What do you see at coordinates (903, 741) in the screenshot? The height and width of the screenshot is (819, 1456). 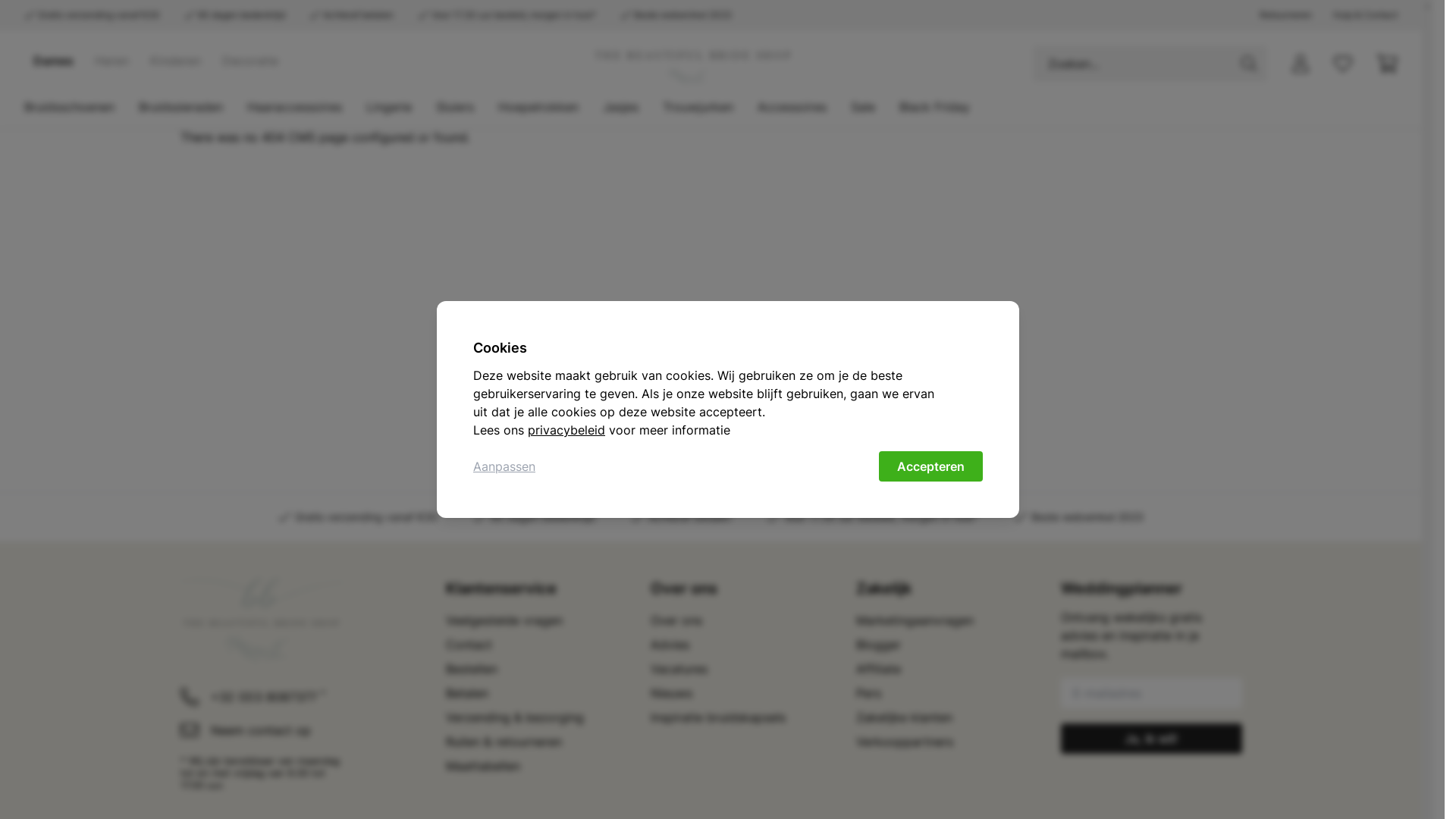 I see `'Verkooppartners'` at bounding box center [903, 741].